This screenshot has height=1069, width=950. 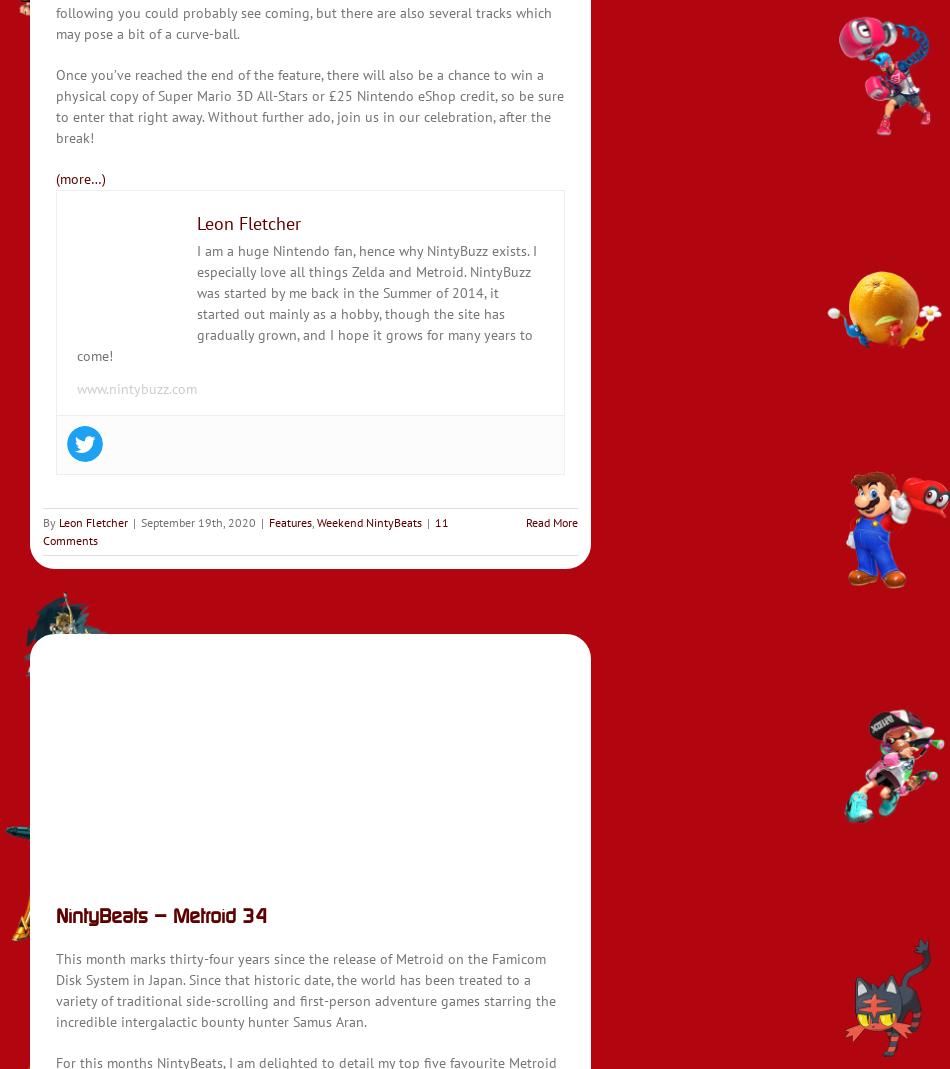 I want to click on 'www.nintybuzz.com', so click(x=136, y=389).